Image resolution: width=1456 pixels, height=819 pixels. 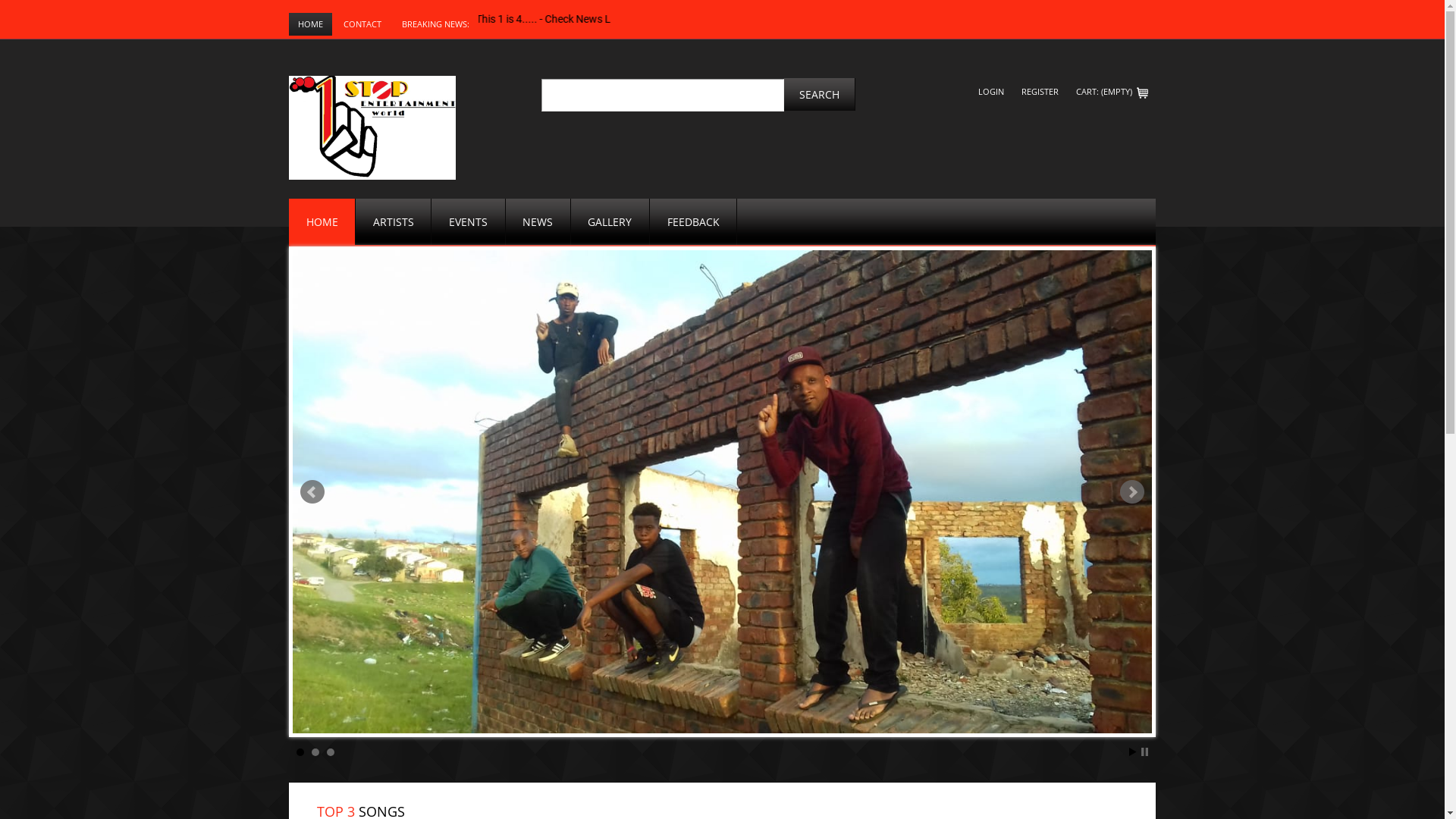 I want to click on 'Next', so click(x=1131, y=491).